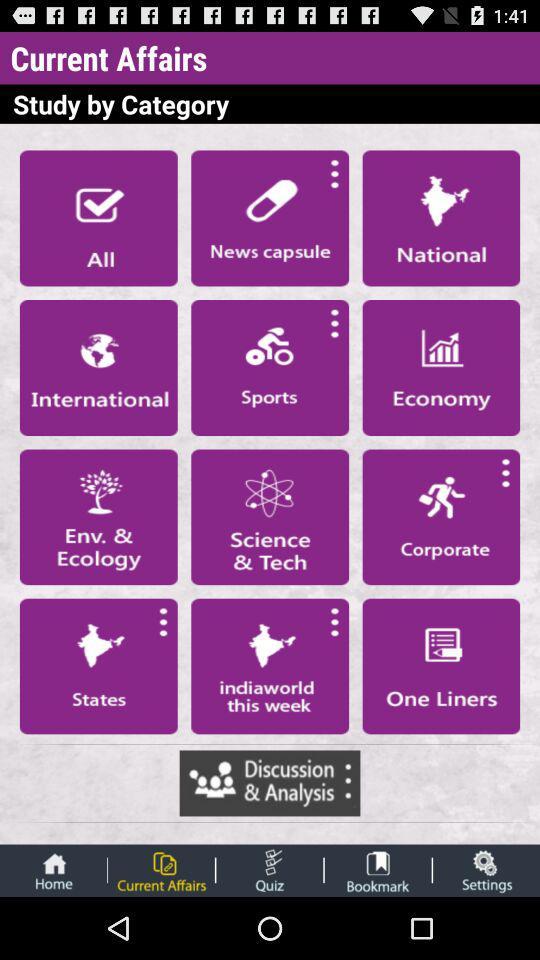 Image resolution: width=540 pixels, height=960 pixels. Describe the element at coordinates (270, 666) in the screenshot. I see `indiaworld this week category` at that location.